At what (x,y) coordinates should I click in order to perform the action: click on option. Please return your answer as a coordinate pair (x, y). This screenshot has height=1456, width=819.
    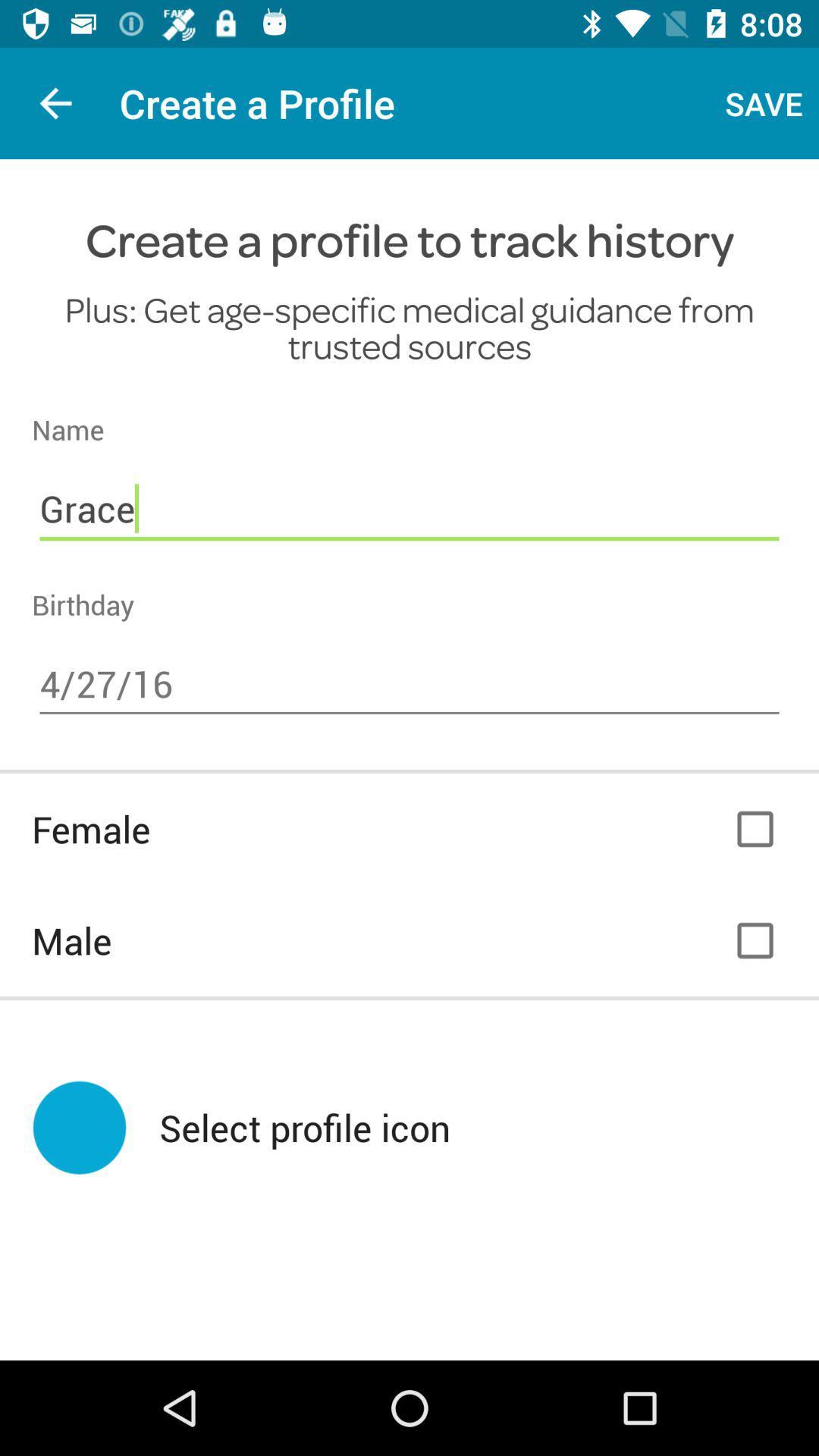
    Looking at the image, I should click on (755, 828).